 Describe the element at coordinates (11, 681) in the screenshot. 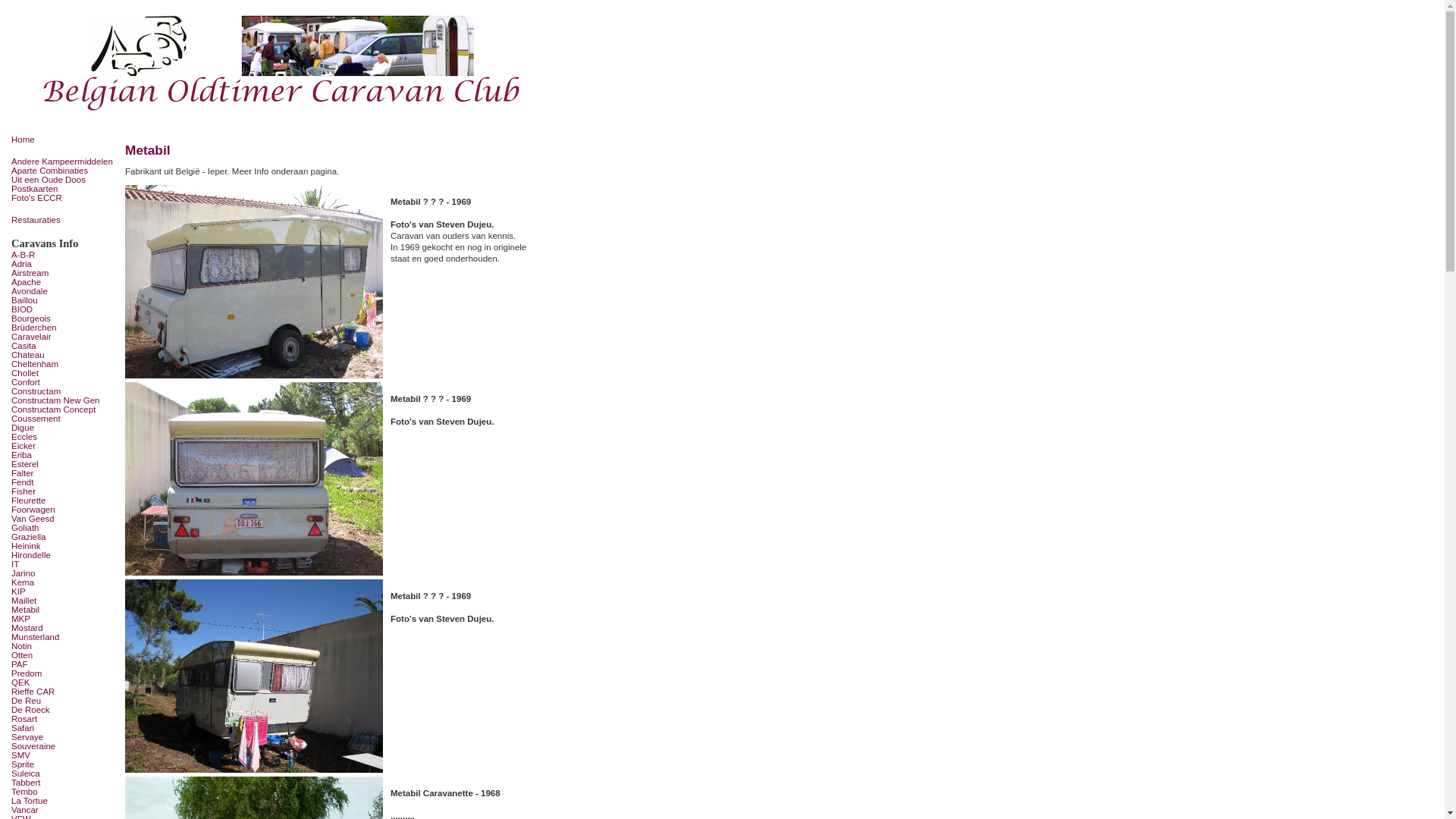

I see `'QEK'` at that location.